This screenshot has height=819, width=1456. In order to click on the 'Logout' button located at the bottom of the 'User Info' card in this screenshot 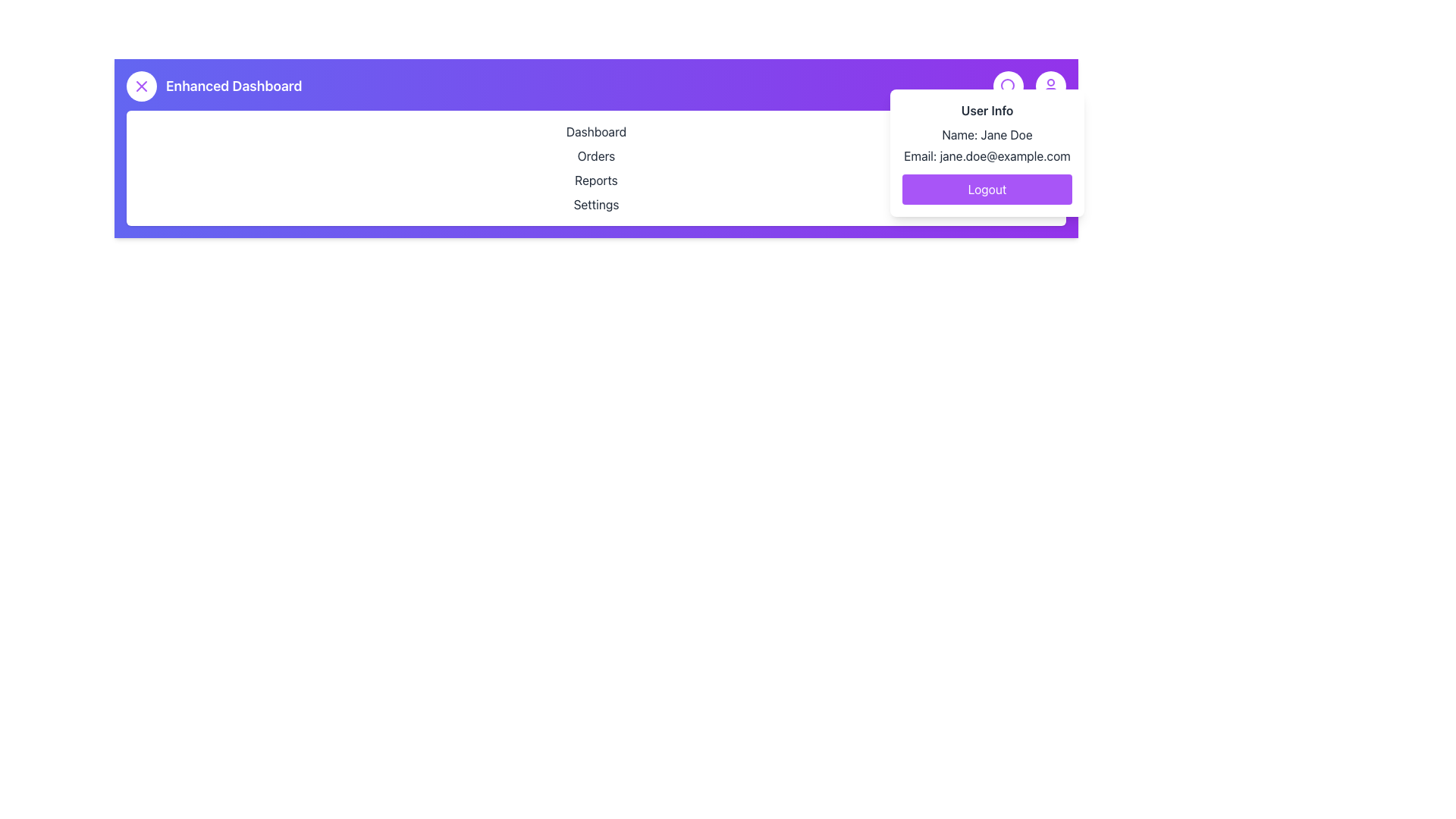, I will do `click(987, 189)`.